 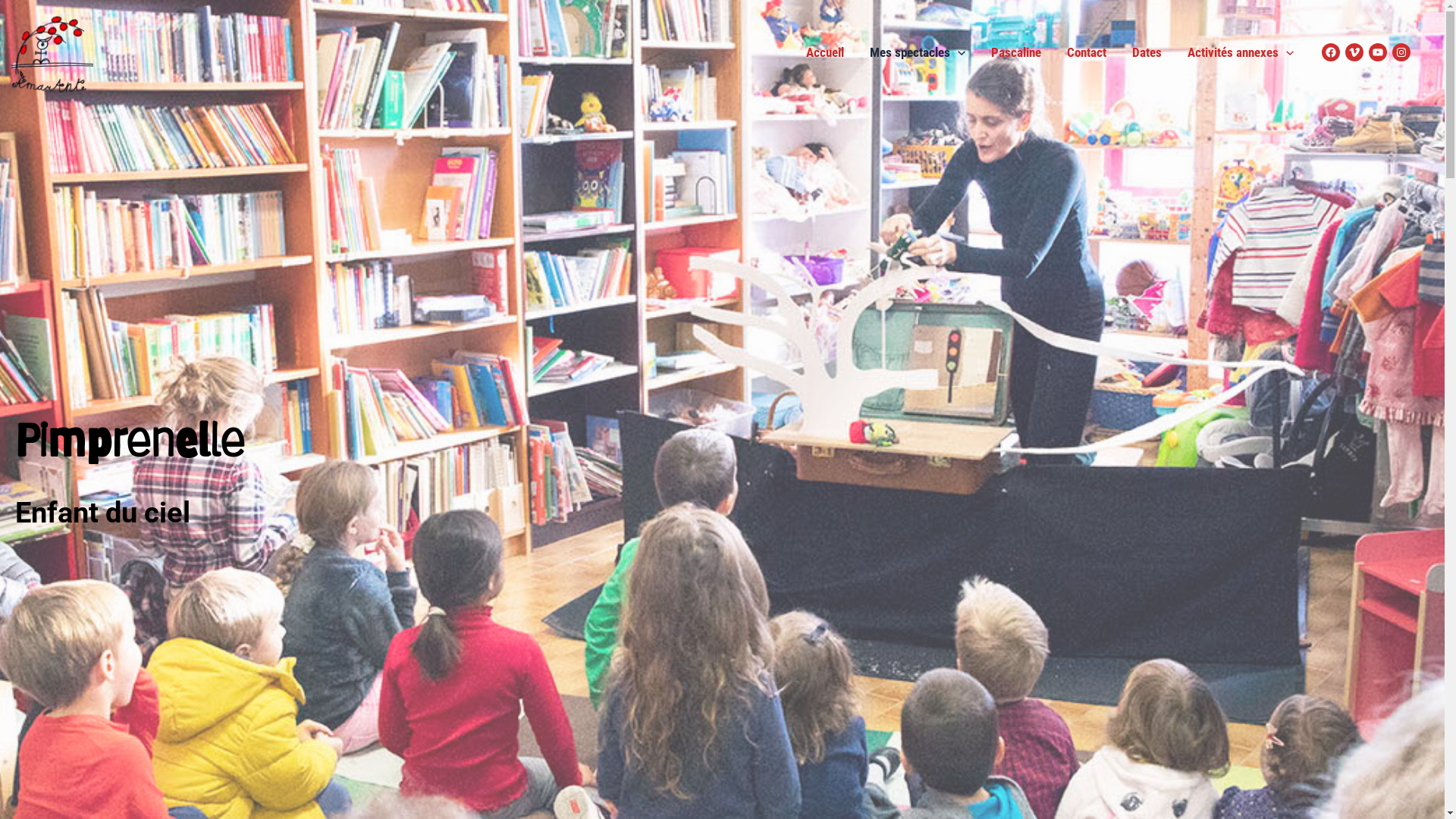 I want to click on 'Mes spectacles', so click(x=916, y=52).